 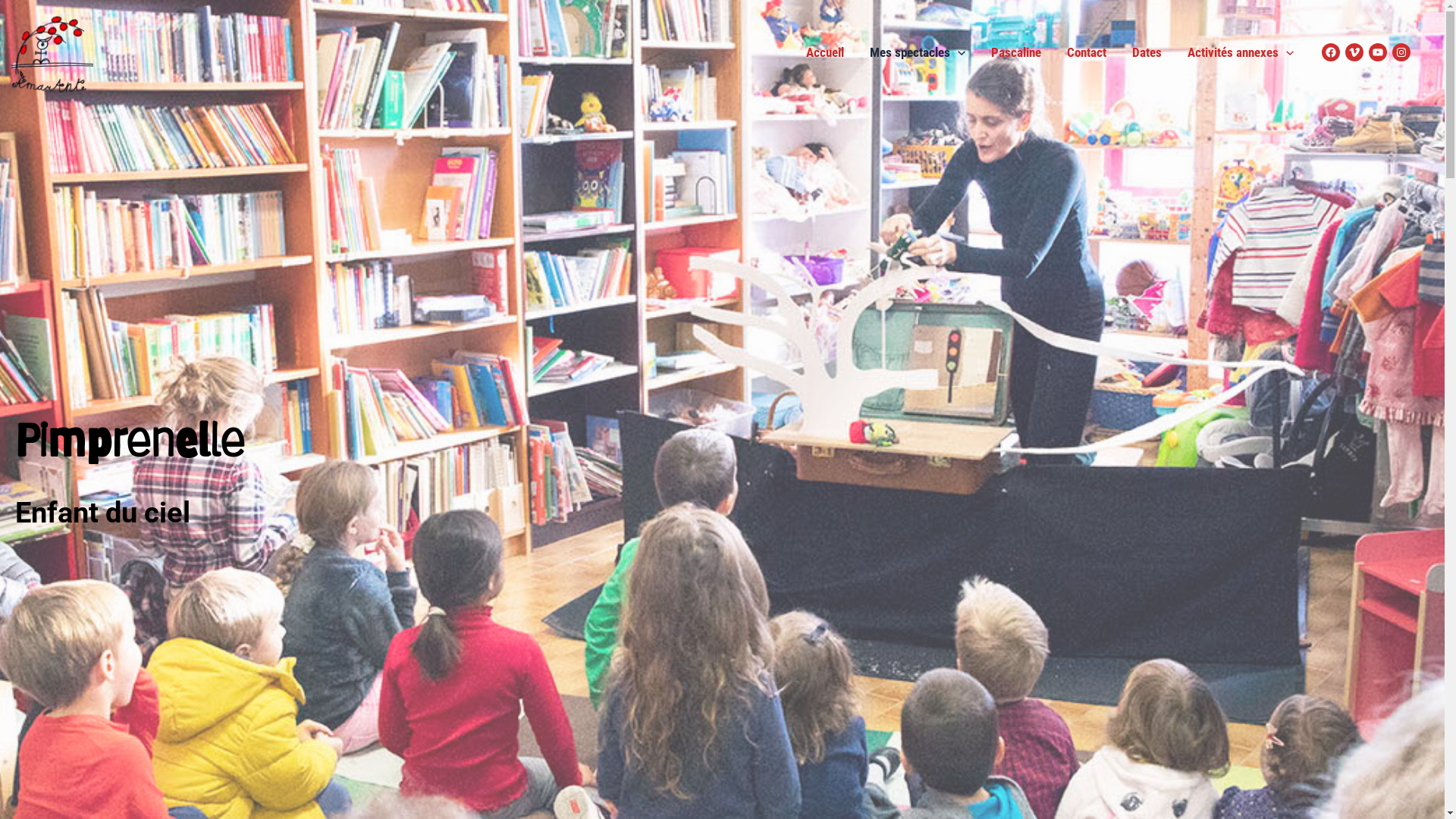 I want to click on 'Mes spectacles', so click(x=916, y=52).